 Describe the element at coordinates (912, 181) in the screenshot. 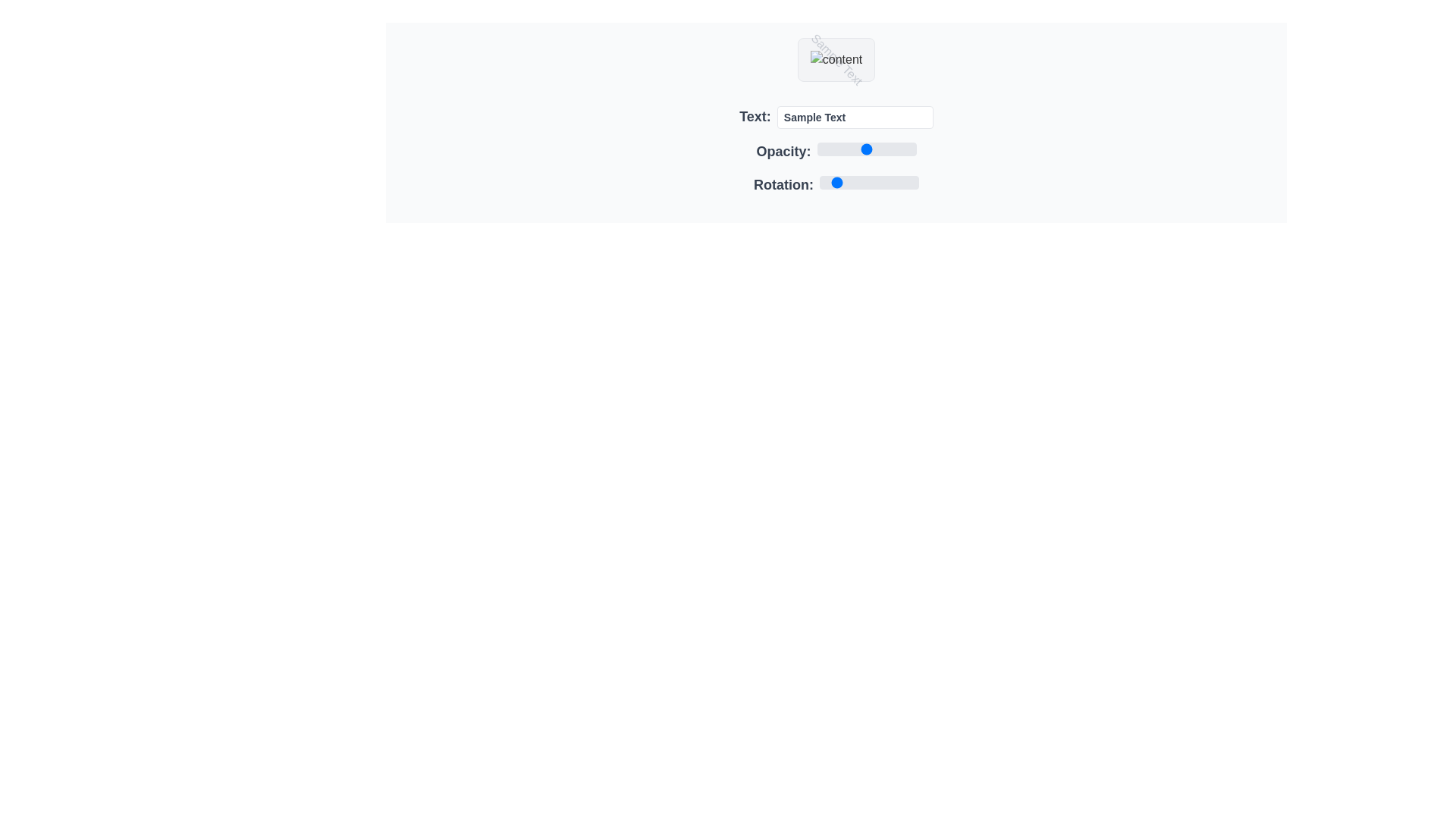

I see `rotation` at that location.